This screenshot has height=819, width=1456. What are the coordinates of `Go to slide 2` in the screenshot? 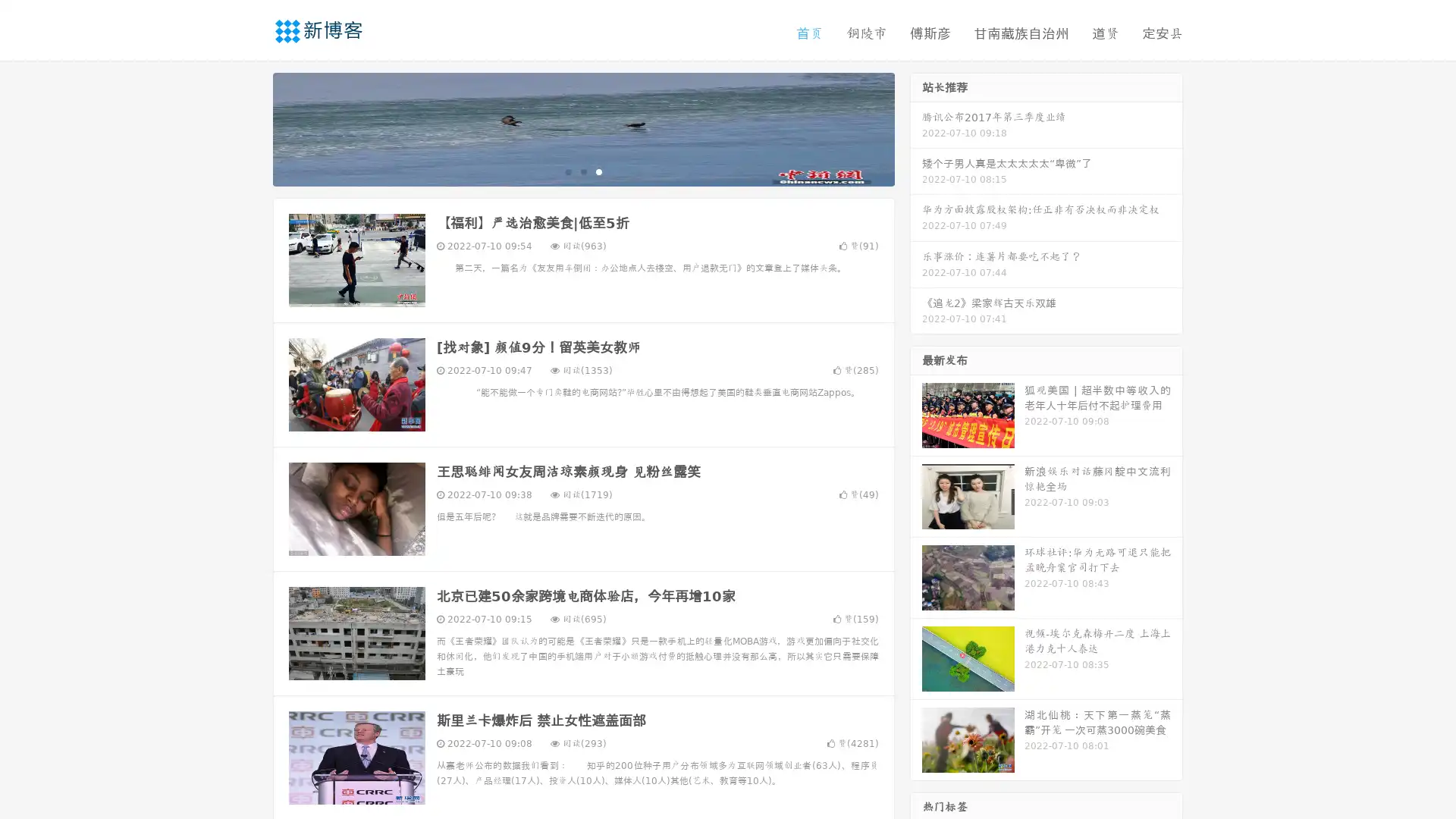 It's located at (582, 171).